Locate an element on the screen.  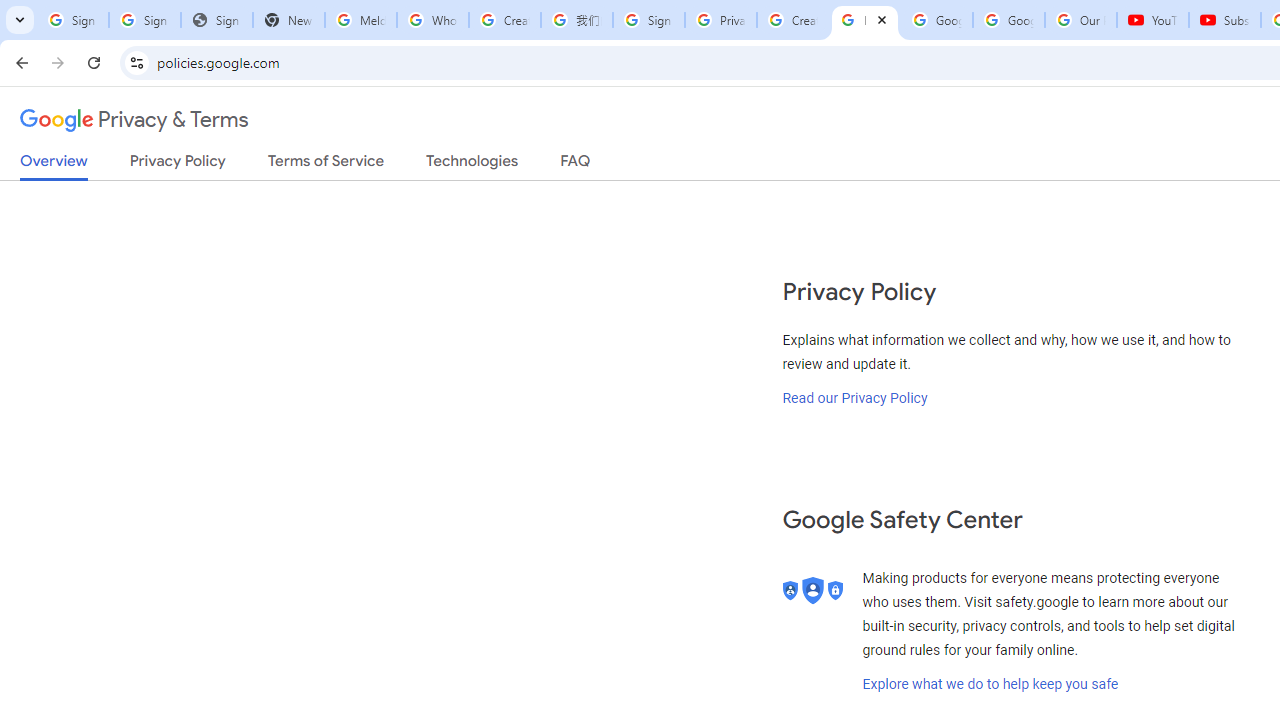
'Create your Google Account' is located at coordinates (791, 20).